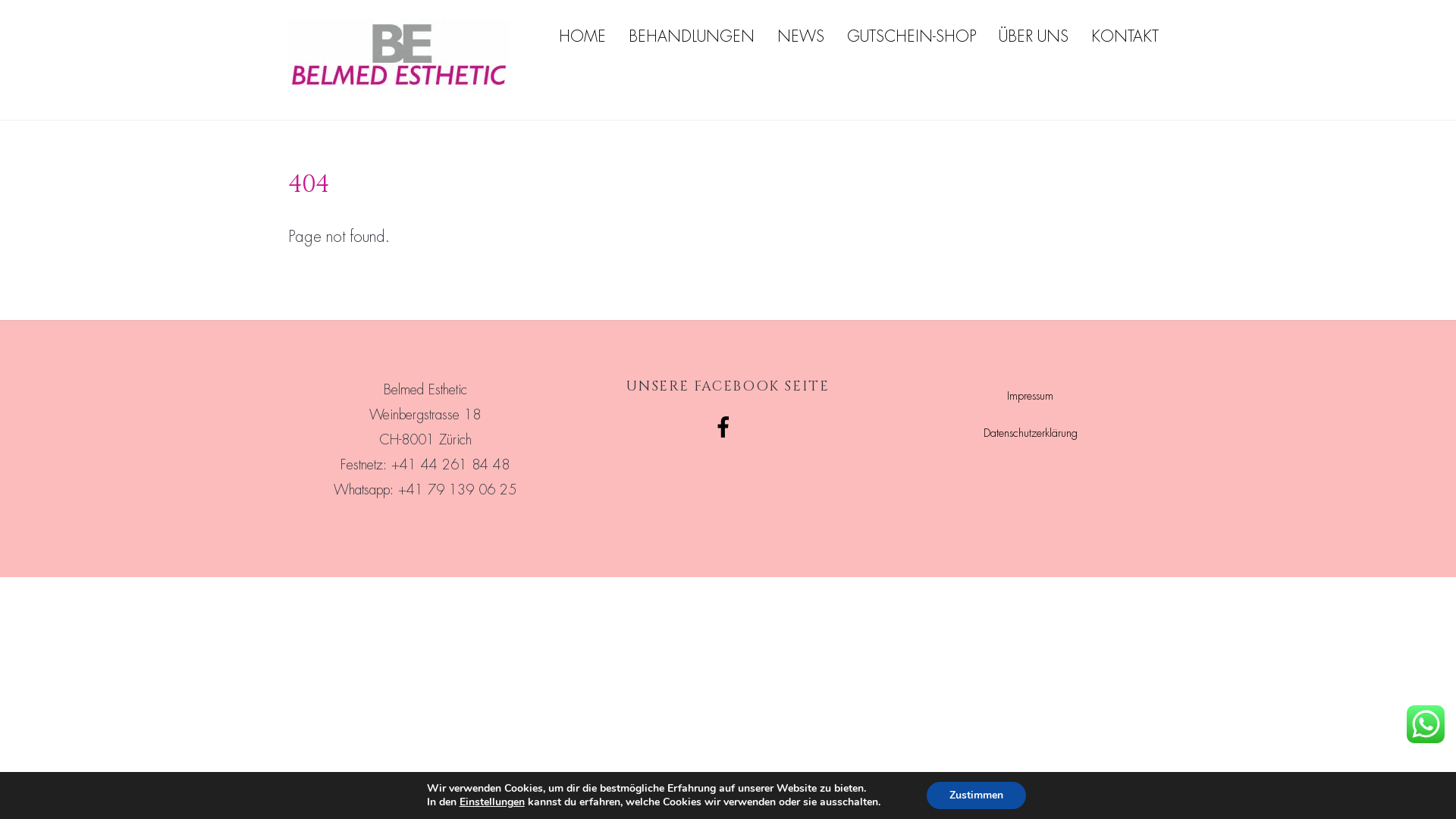 The image size is (1456, 819). I want to click on 'KONTAKT', so click(1125, 36).